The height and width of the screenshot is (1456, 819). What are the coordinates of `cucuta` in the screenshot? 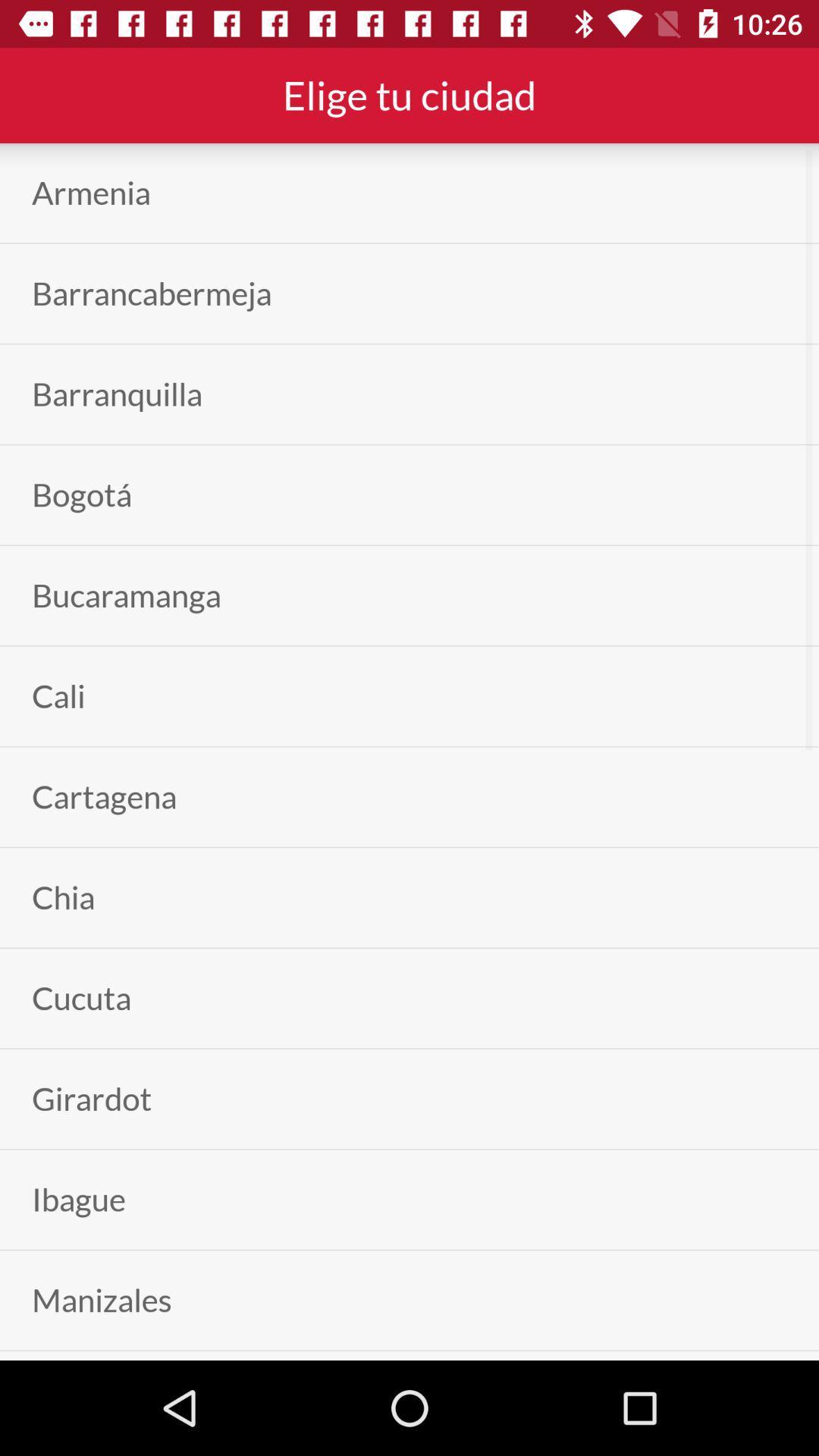 It's located at (81, 998).